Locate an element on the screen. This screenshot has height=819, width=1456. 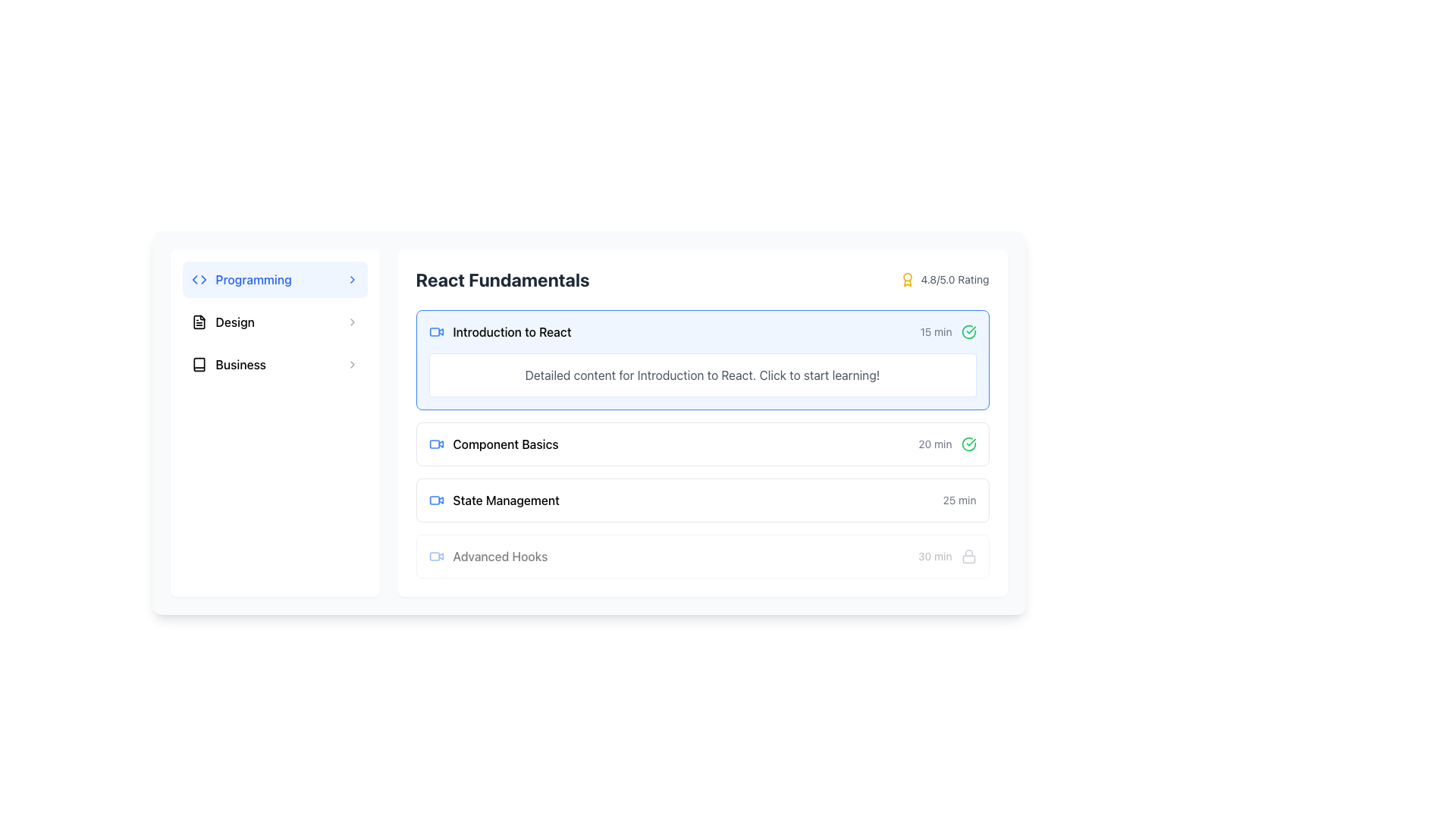
the text label 'Introduction to React' which is adjacent to a blue video icon is located at coordinates (500, 331).